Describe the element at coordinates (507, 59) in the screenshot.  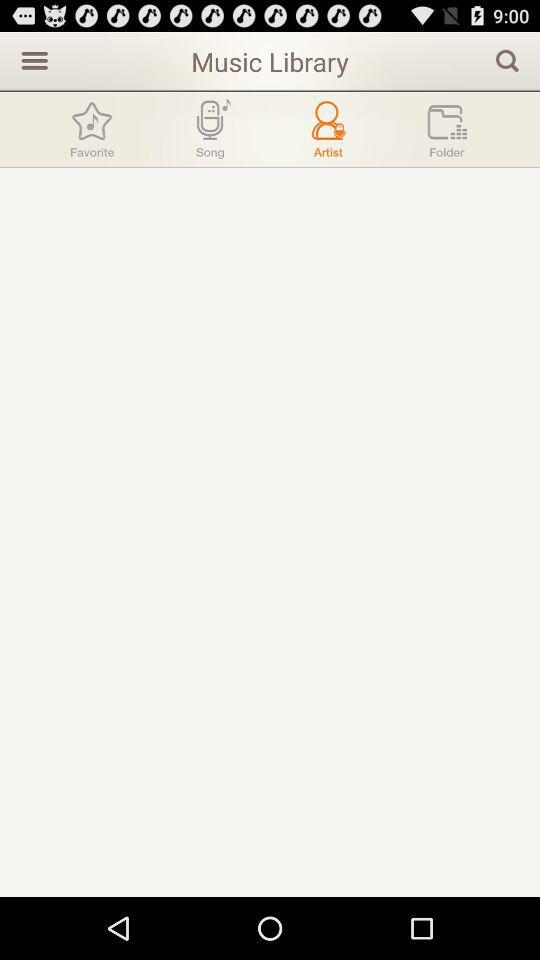
I see `the app to the right of the music library icon` at that location.